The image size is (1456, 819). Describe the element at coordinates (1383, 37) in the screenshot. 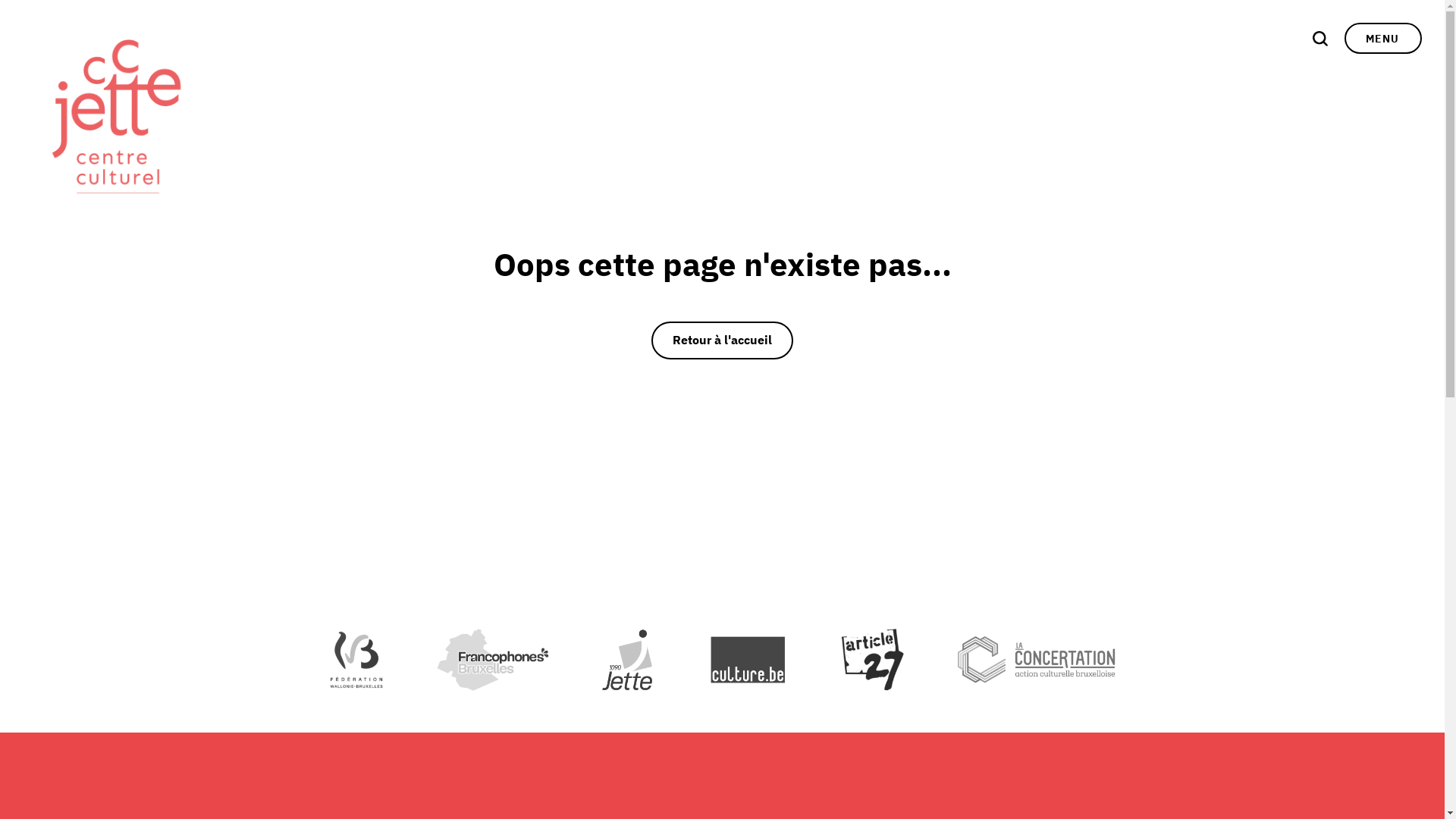

I see `'MENU'` at that location.